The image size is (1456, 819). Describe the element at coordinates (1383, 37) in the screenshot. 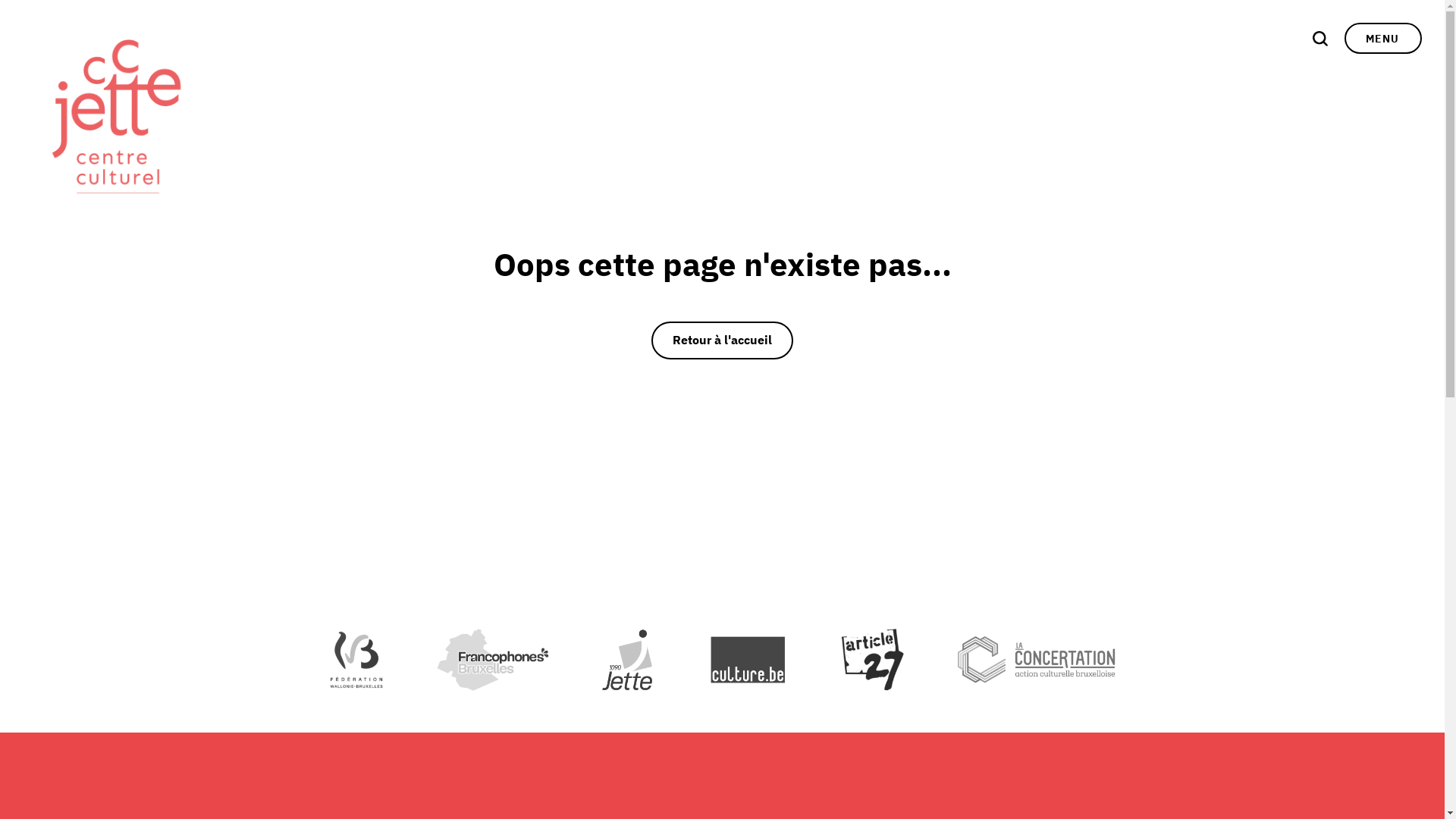

I see `'MENU'` at that location.